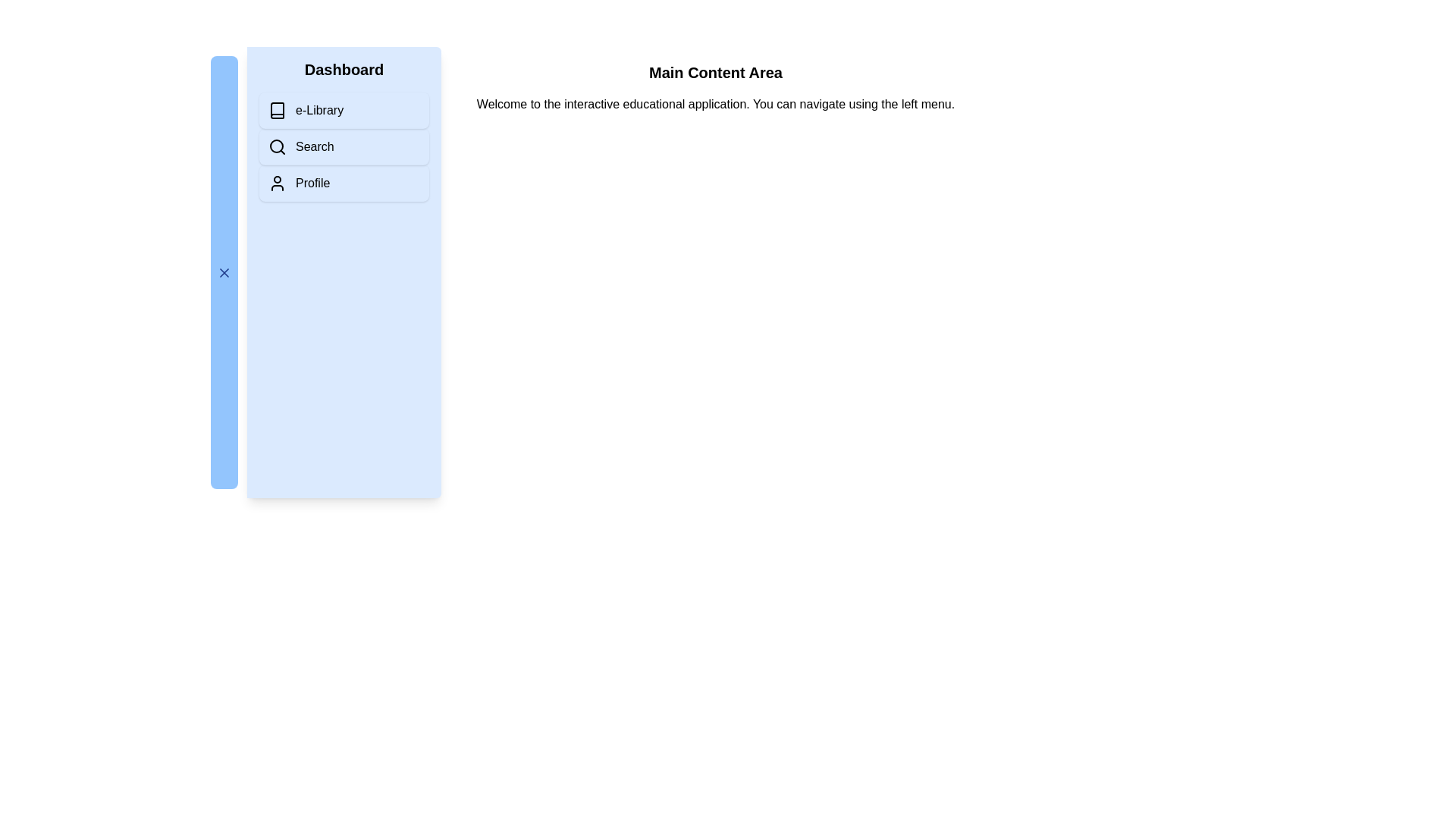  Describe the element at coordinates (224, 271) in the screenshot. I see `the vertical button with a light blue background and an 'X' icon located to the left of the main dashboard area` at that location.